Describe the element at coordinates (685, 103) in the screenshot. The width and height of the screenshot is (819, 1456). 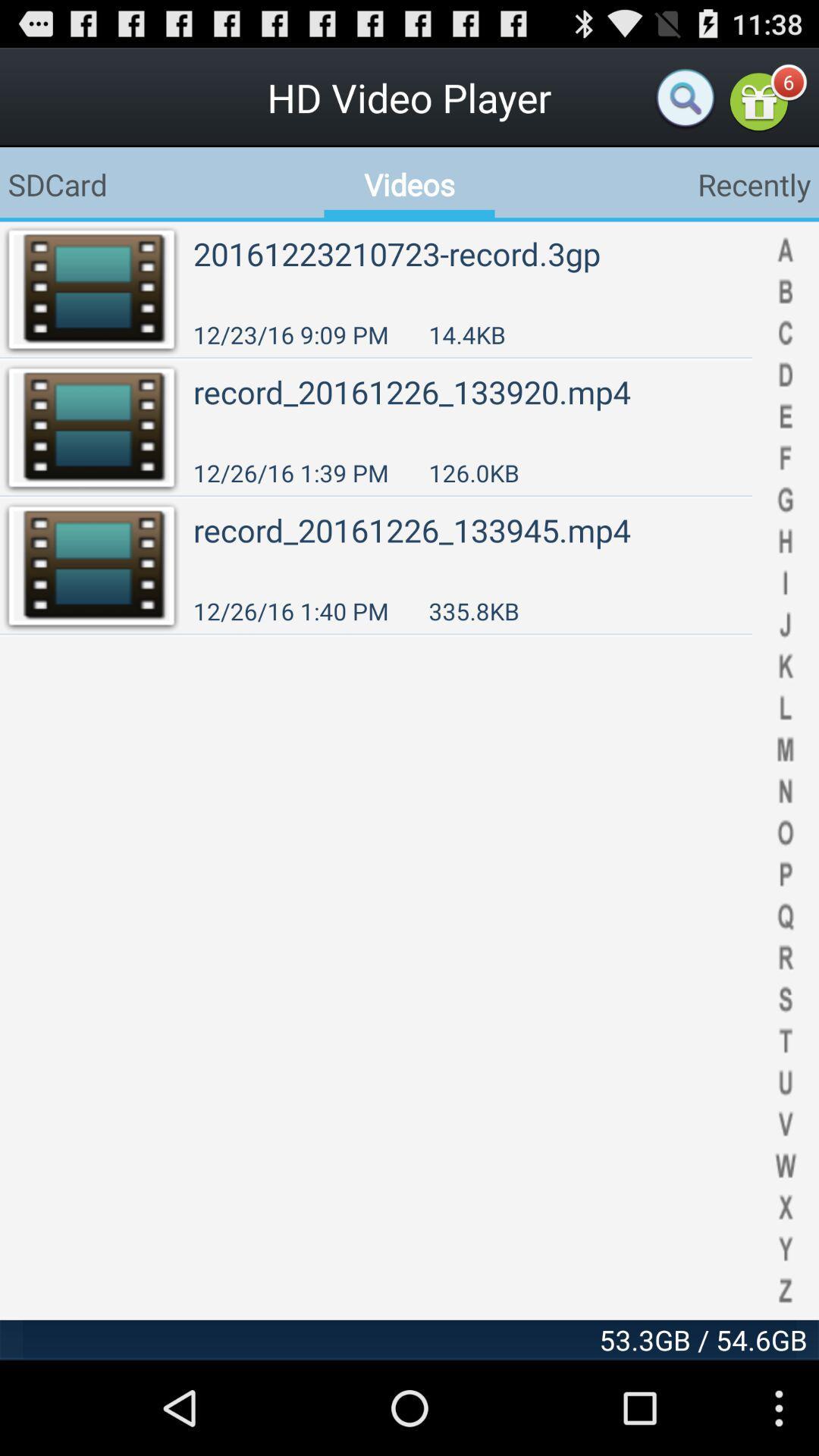
I see `the search icon` at that location.